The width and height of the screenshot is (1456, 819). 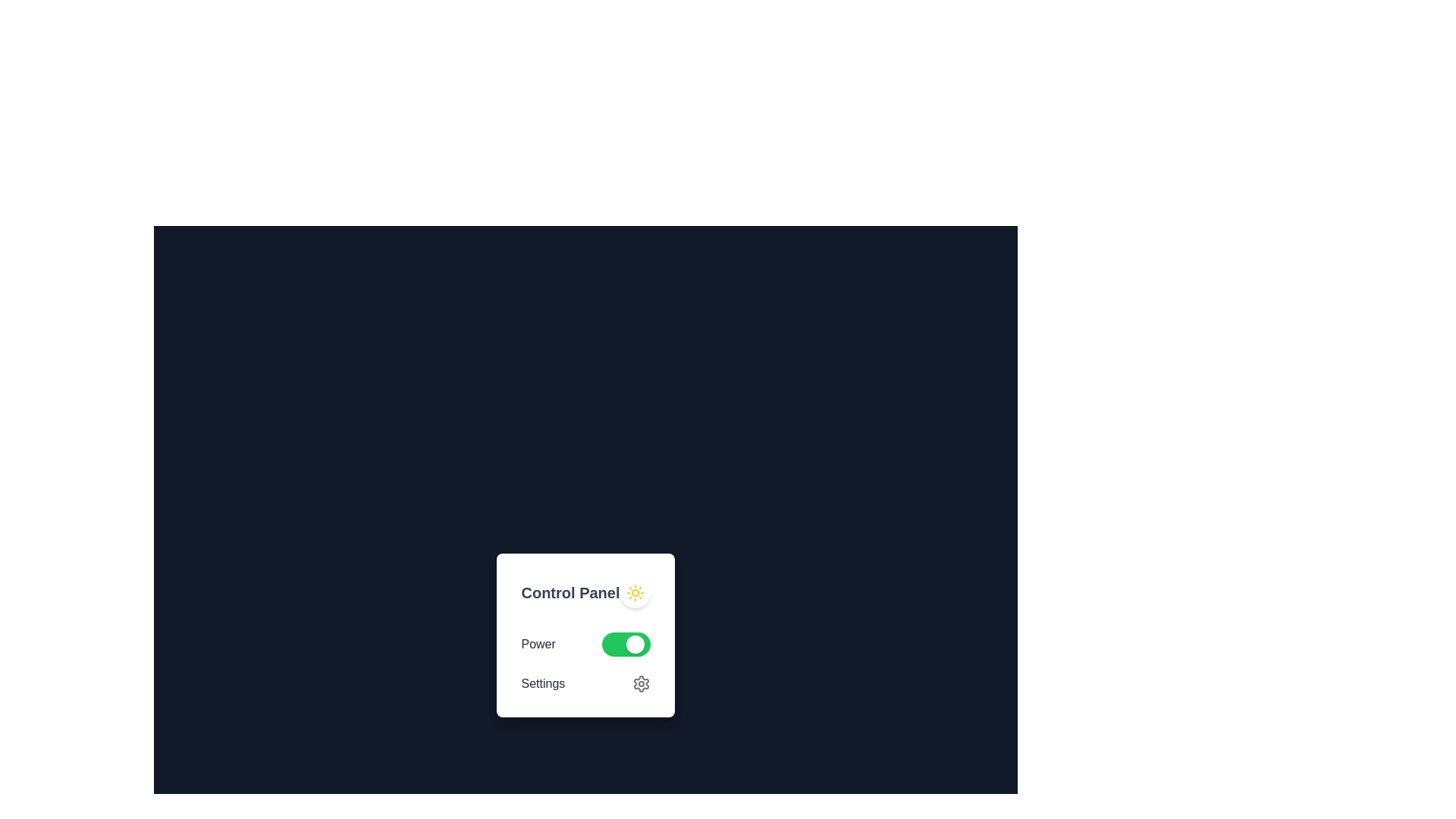 I want to click on the green toggle switch in the 'Power' section of the composite UI component within the 'Control Panel' interface to change its state, so click(x=585, y=662).